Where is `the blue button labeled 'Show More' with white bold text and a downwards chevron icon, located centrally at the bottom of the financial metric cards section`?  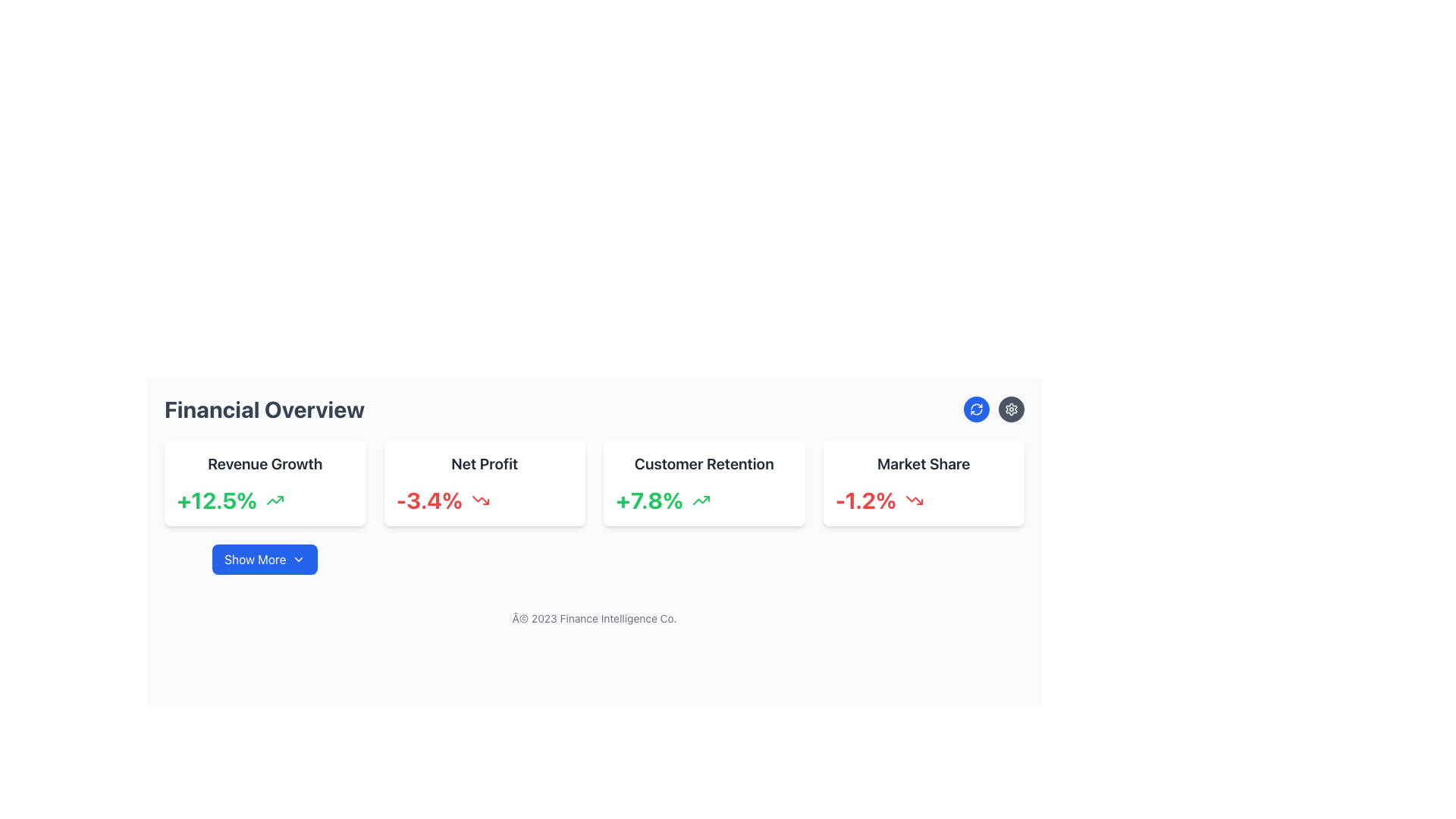 the blue button labeled 'Show More' with white bold text and a downwards chevron icon, located centrally at the bottom of the financial metric cards section is located at coordinates (265, 559).